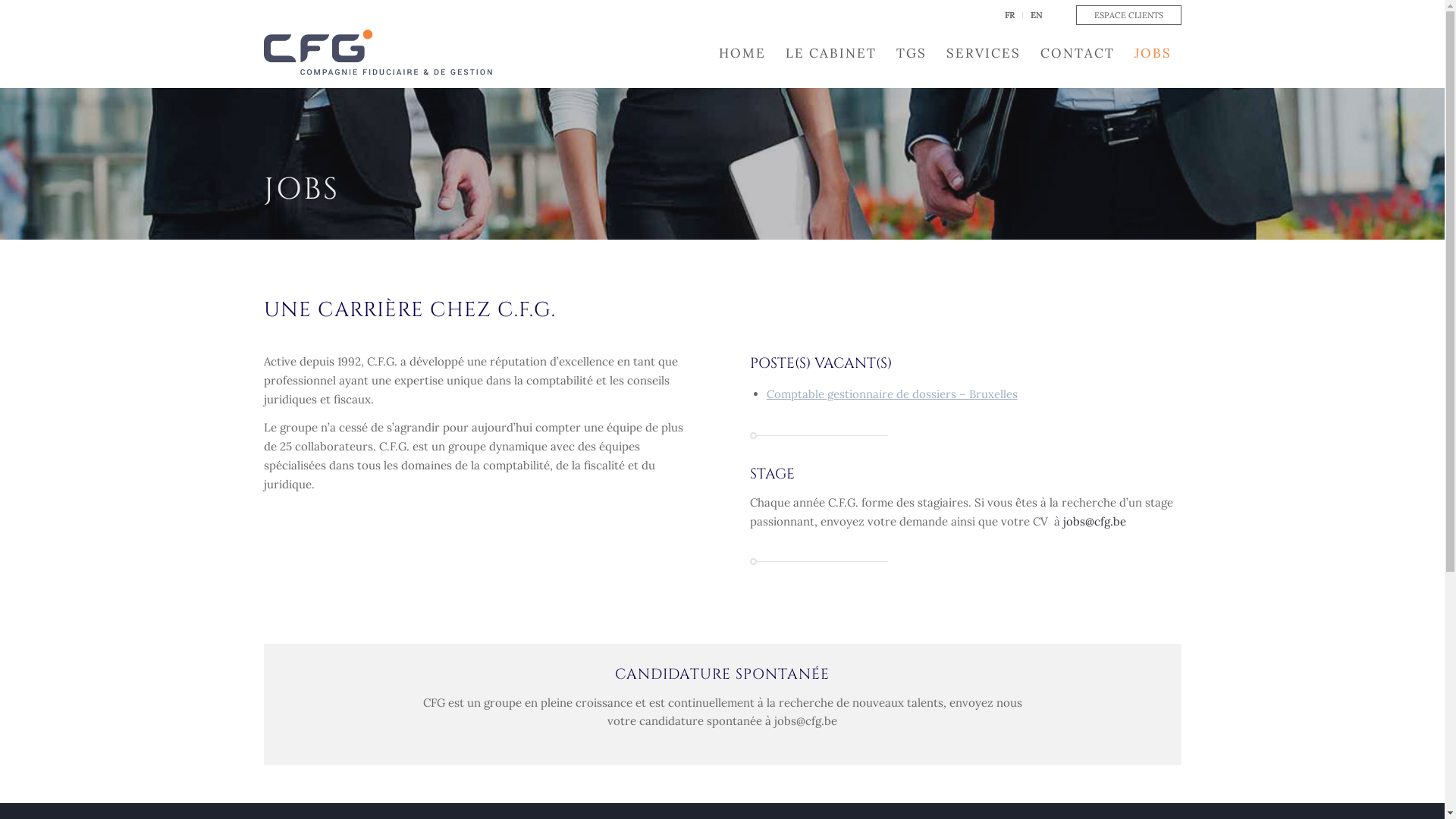  I want to click on 'HOME', so click(708, 52).